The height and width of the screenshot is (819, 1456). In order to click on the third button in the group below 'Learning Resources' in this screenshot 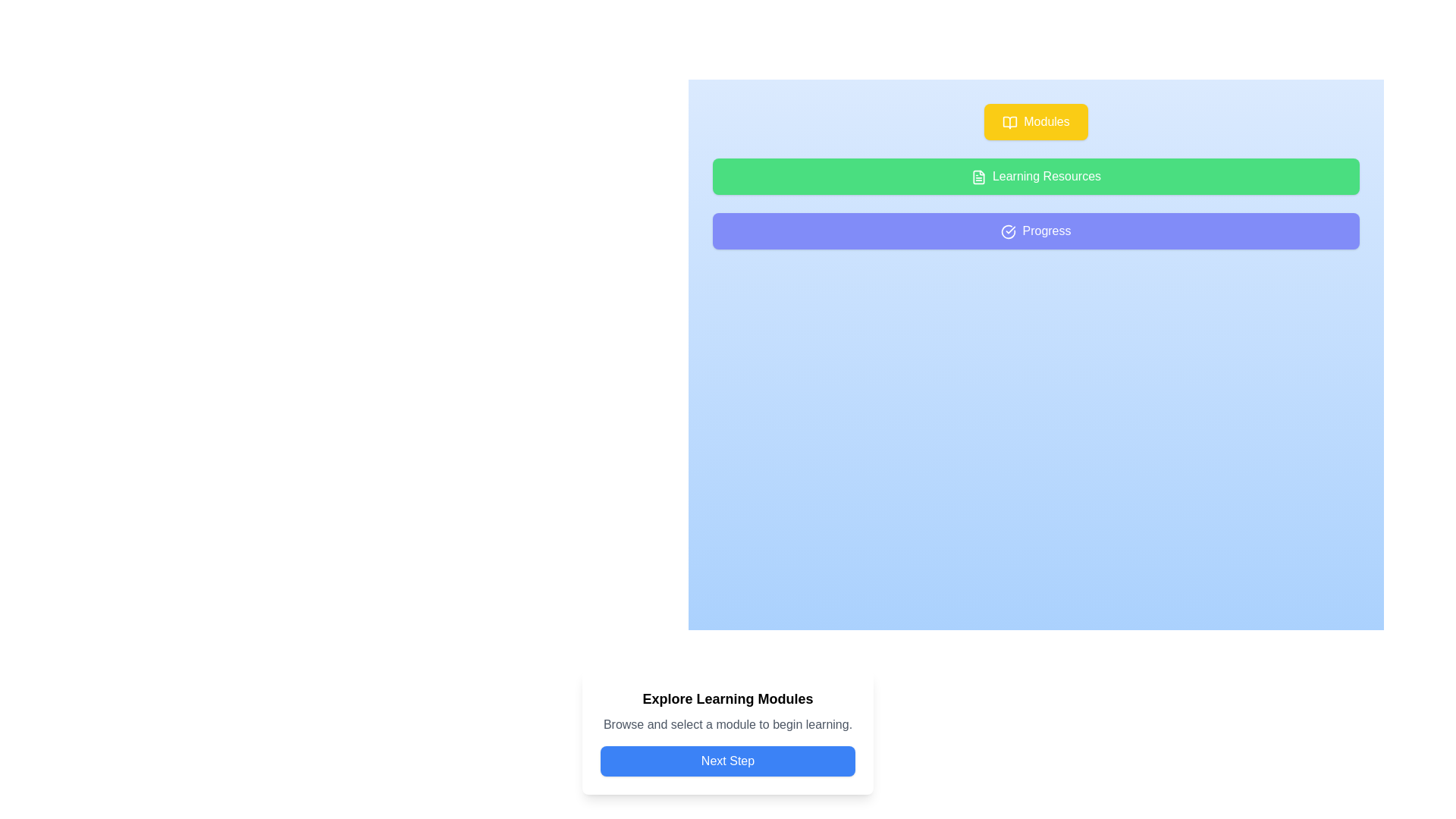, I will do `click(1035, 231)`.